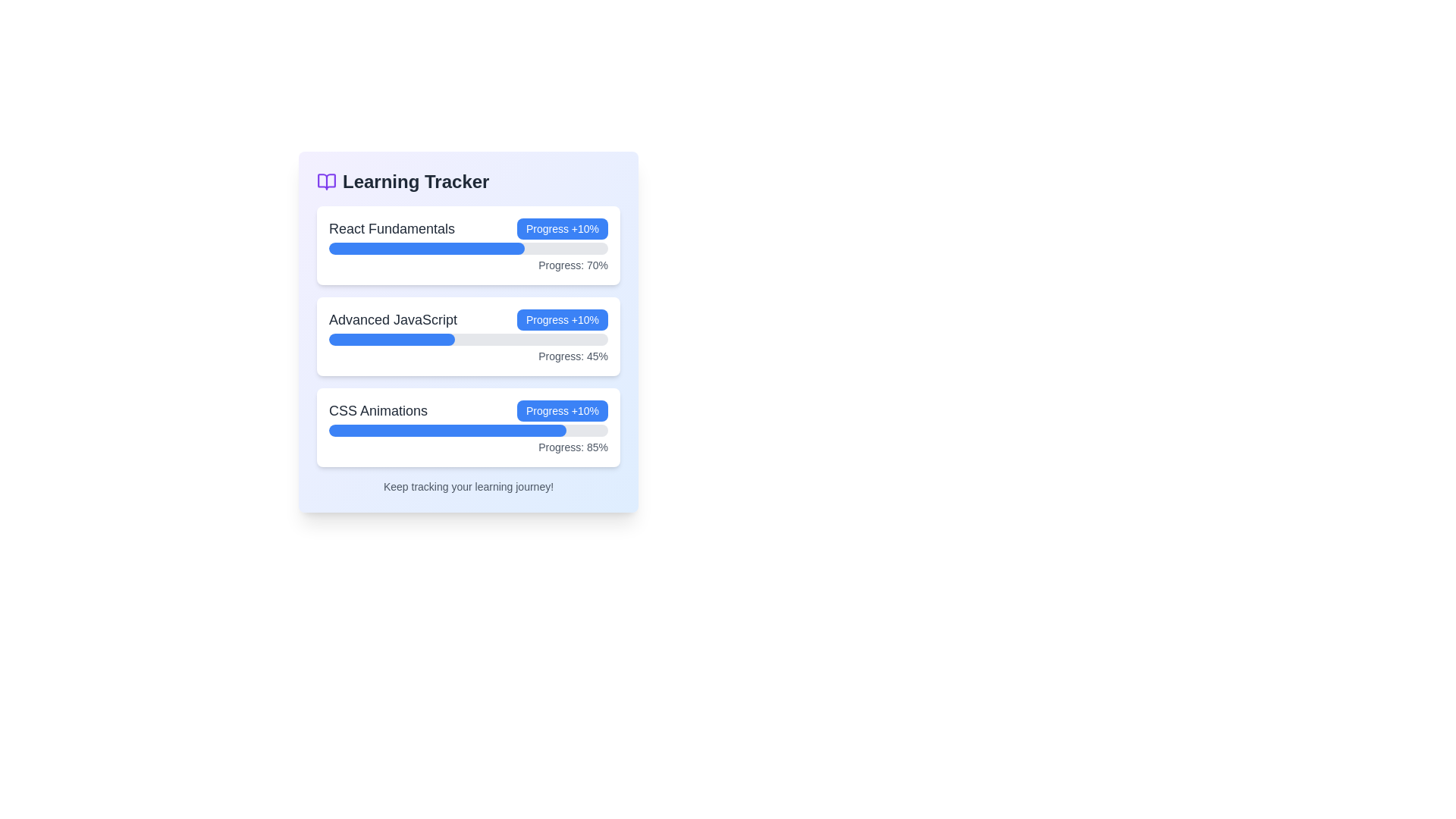 The width and height of the screenshot is (1456, 819). I want to click on the progress bar located below the 'Advanced JavaScript' header and above the 'Progress: 45%' text element, so click(468, 338).